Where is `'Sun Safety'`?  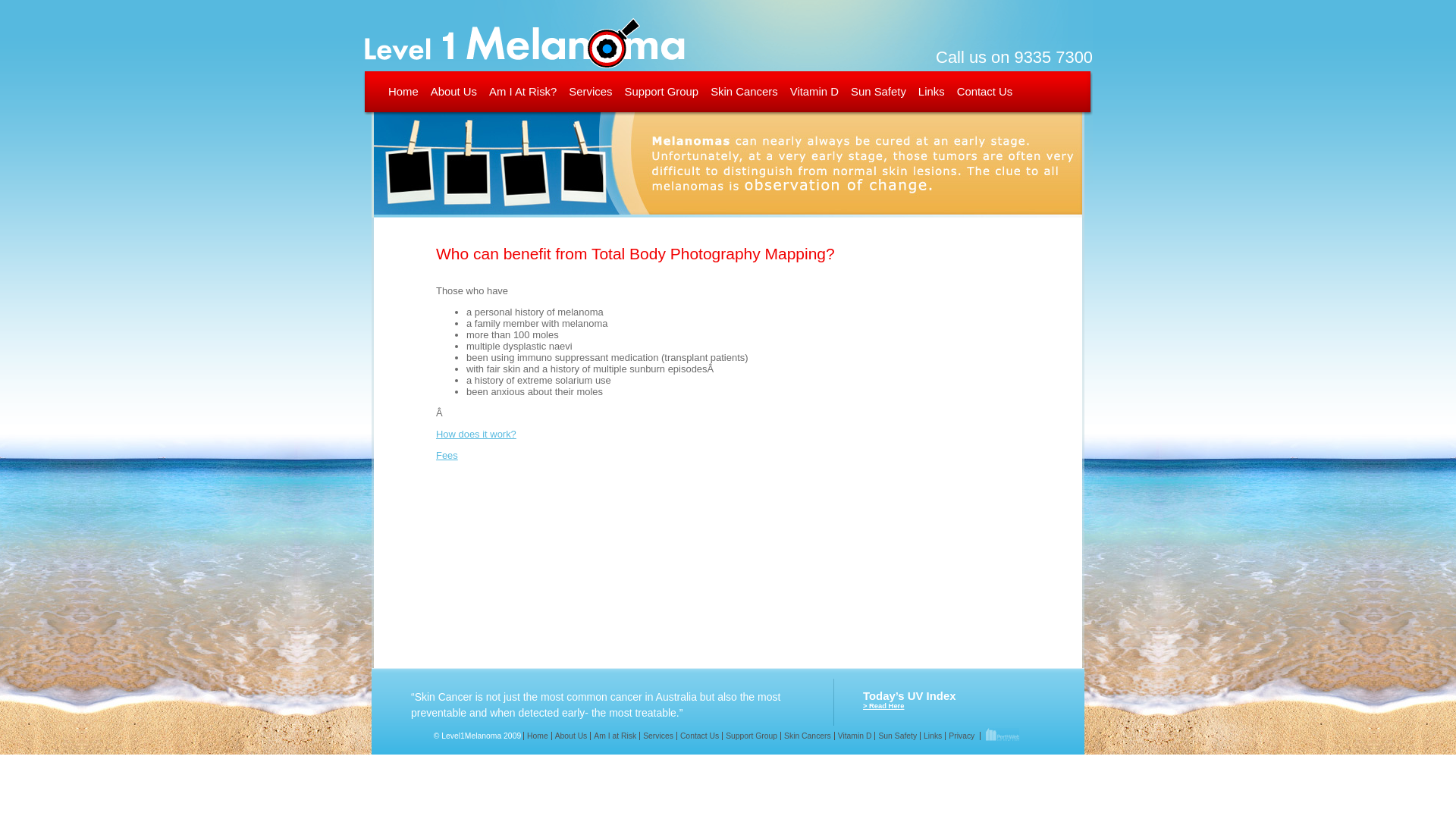 'Sun Safety' is located at coordinates (896, 735).